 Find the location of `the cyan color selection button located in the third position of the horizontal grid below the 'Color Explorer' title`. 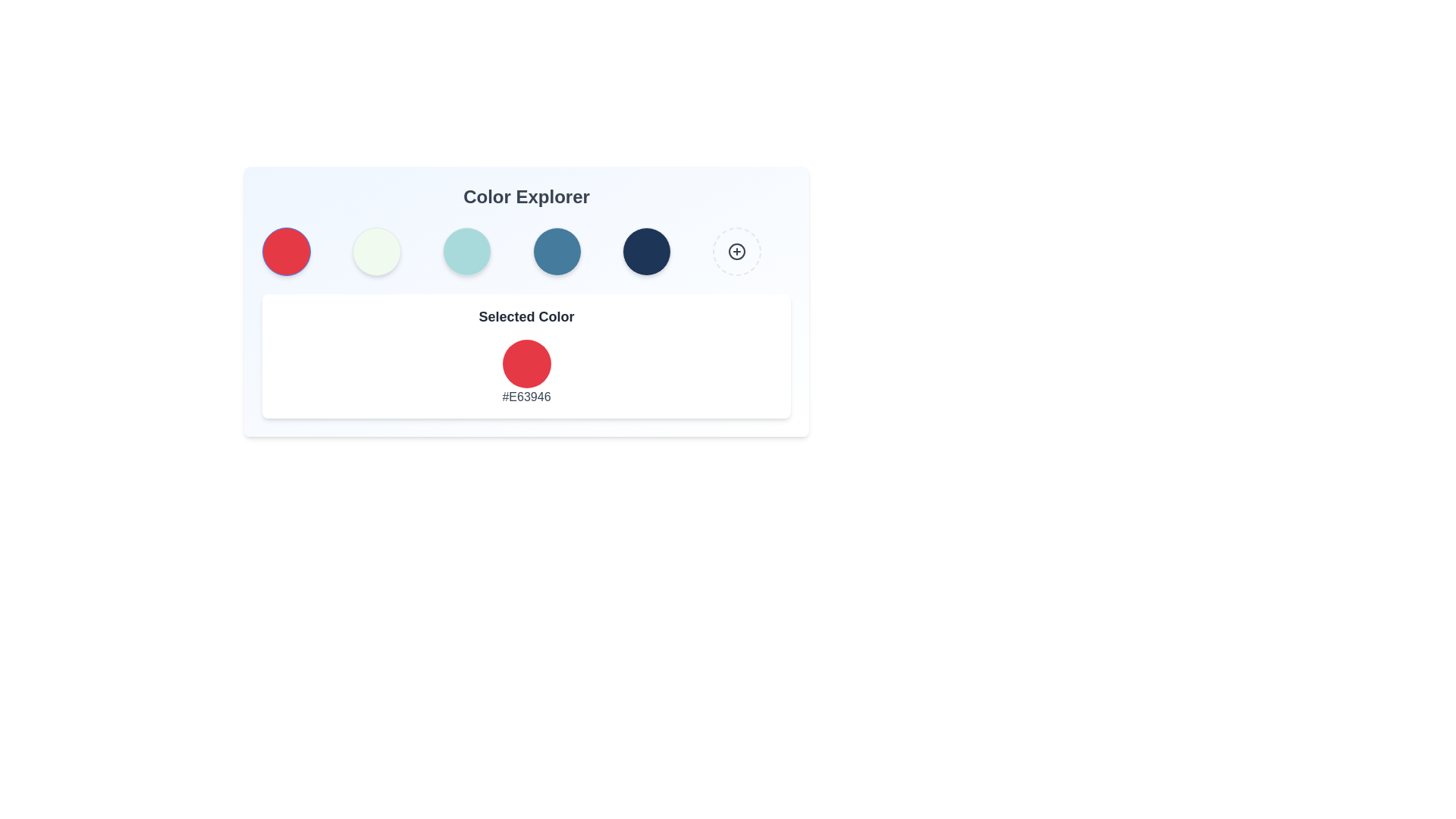

the cyan color selection button located in the third position of the horizontal grid below the 'Color Explorer' title is located at coordinates (466, 250).